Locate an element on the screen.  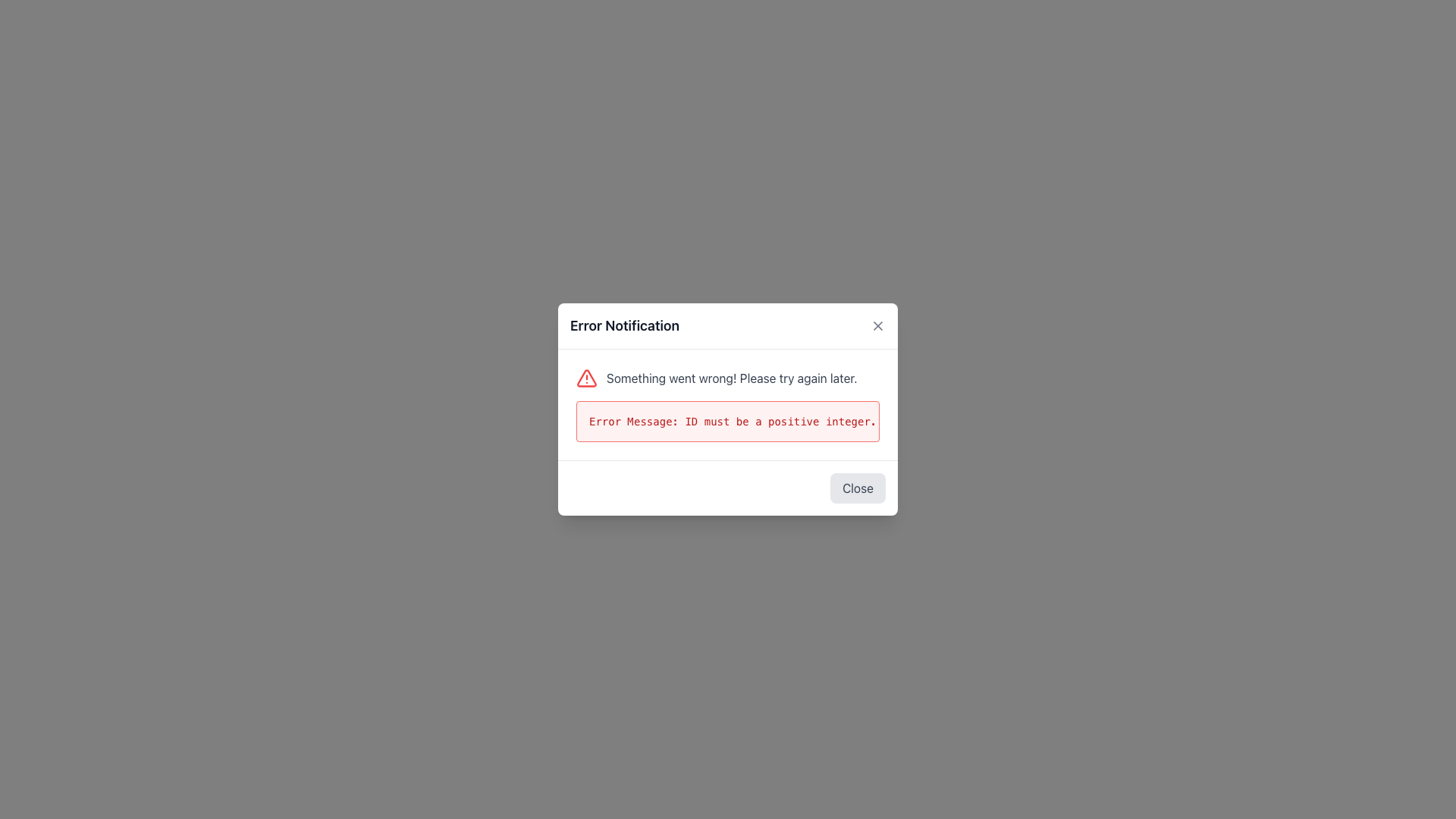
visual warning indicator icon located to the left of the error message 'Something went wrong! Please try again later.' in the notification box is located at coordinates (585, 377).